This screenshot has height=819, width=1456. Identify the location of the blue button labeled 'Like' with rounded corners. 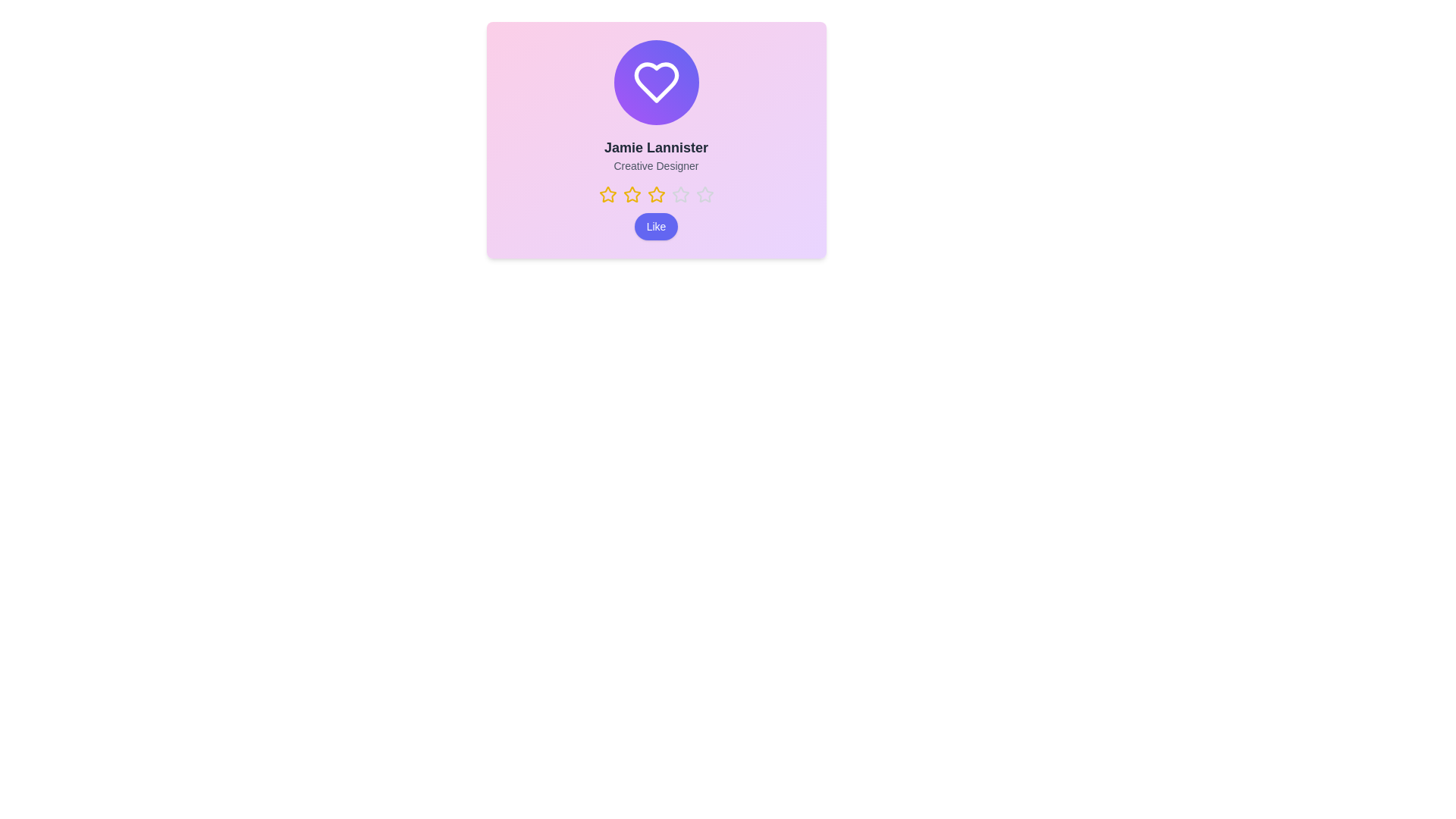
(656, 227).